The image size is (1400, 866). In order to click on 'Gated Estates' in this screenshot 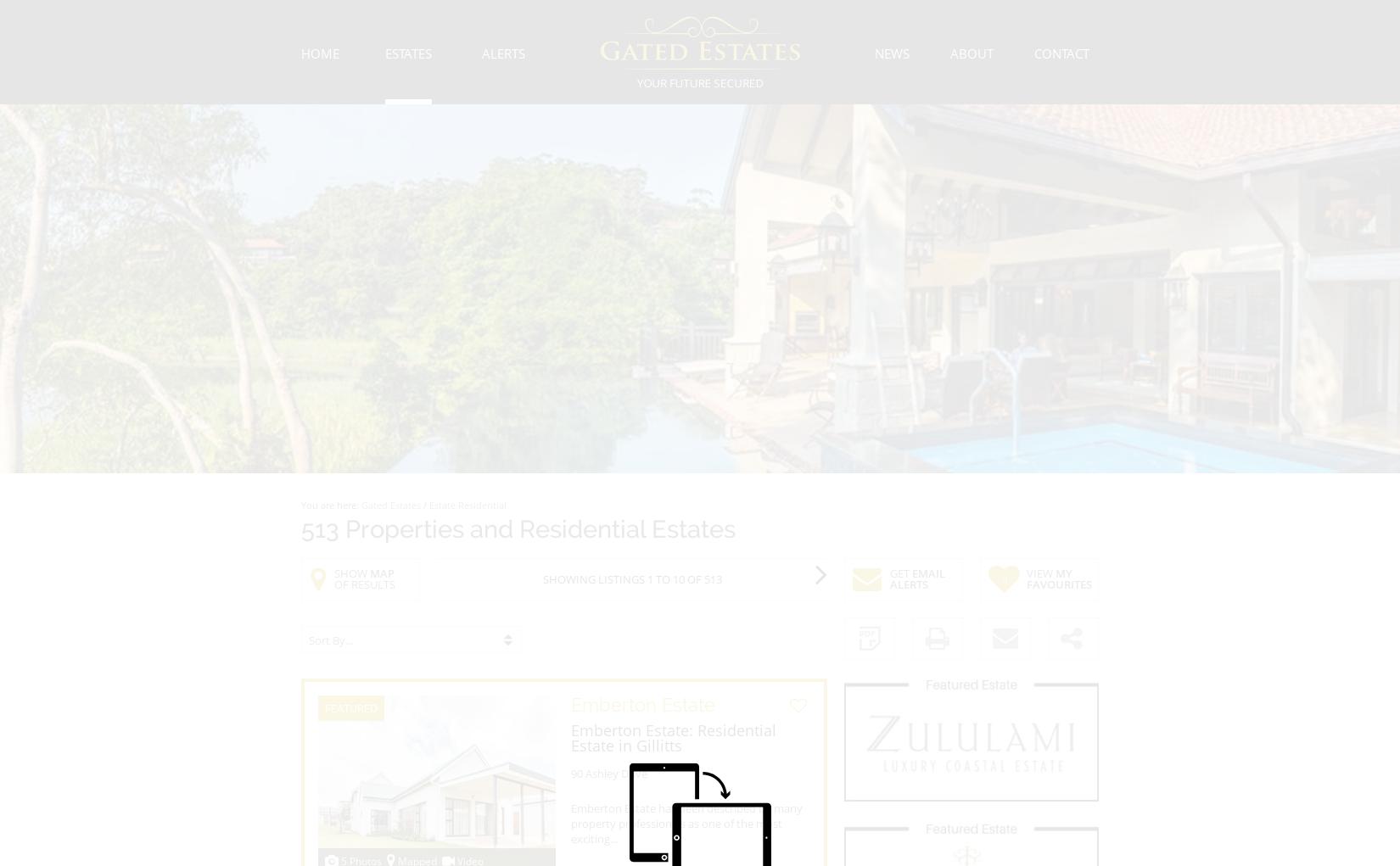, I will do `click(390, 505)`.